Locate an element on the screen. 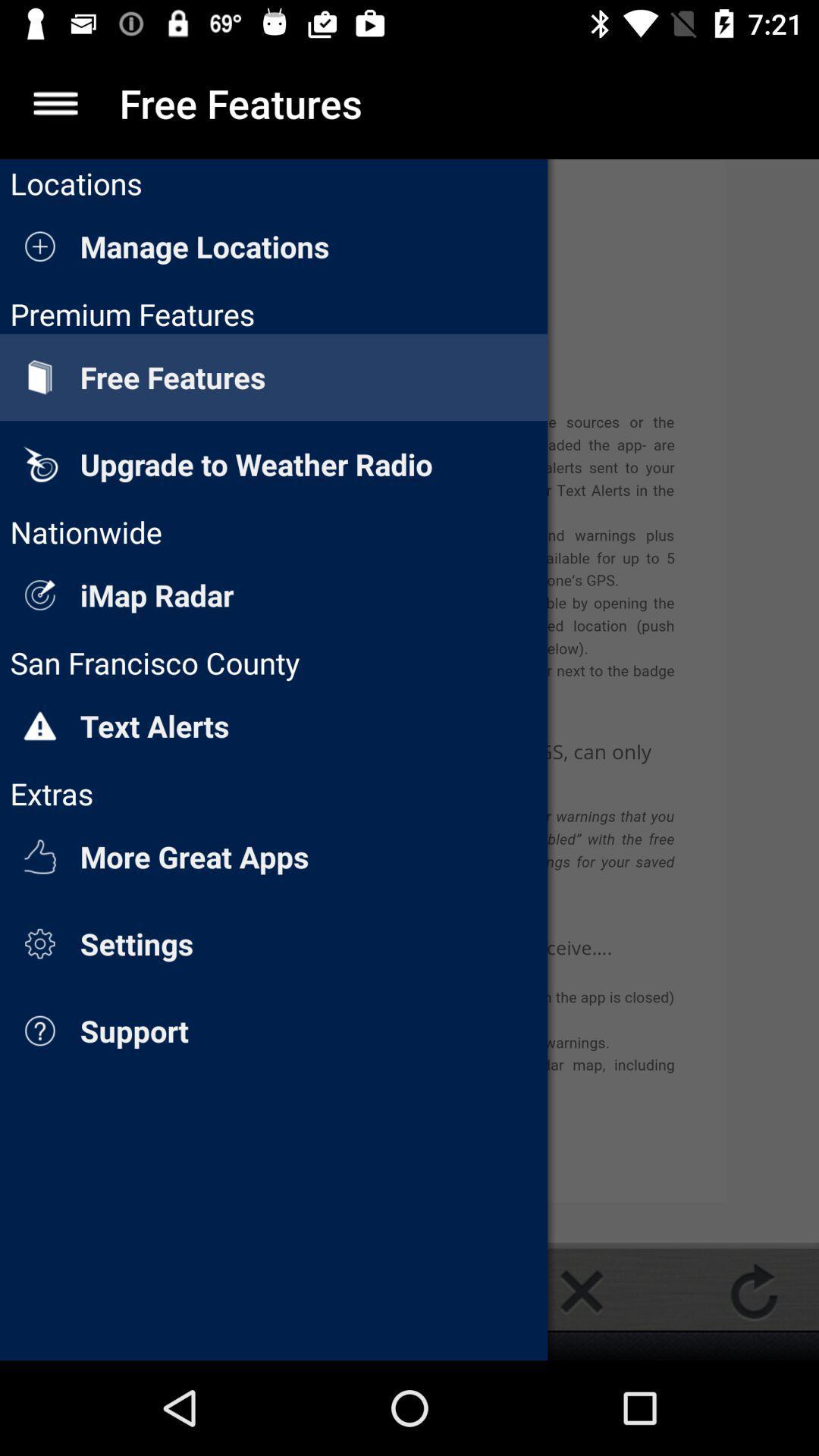 The image size is (819, 1456). press reload button is located at coordinates (754, 1291).